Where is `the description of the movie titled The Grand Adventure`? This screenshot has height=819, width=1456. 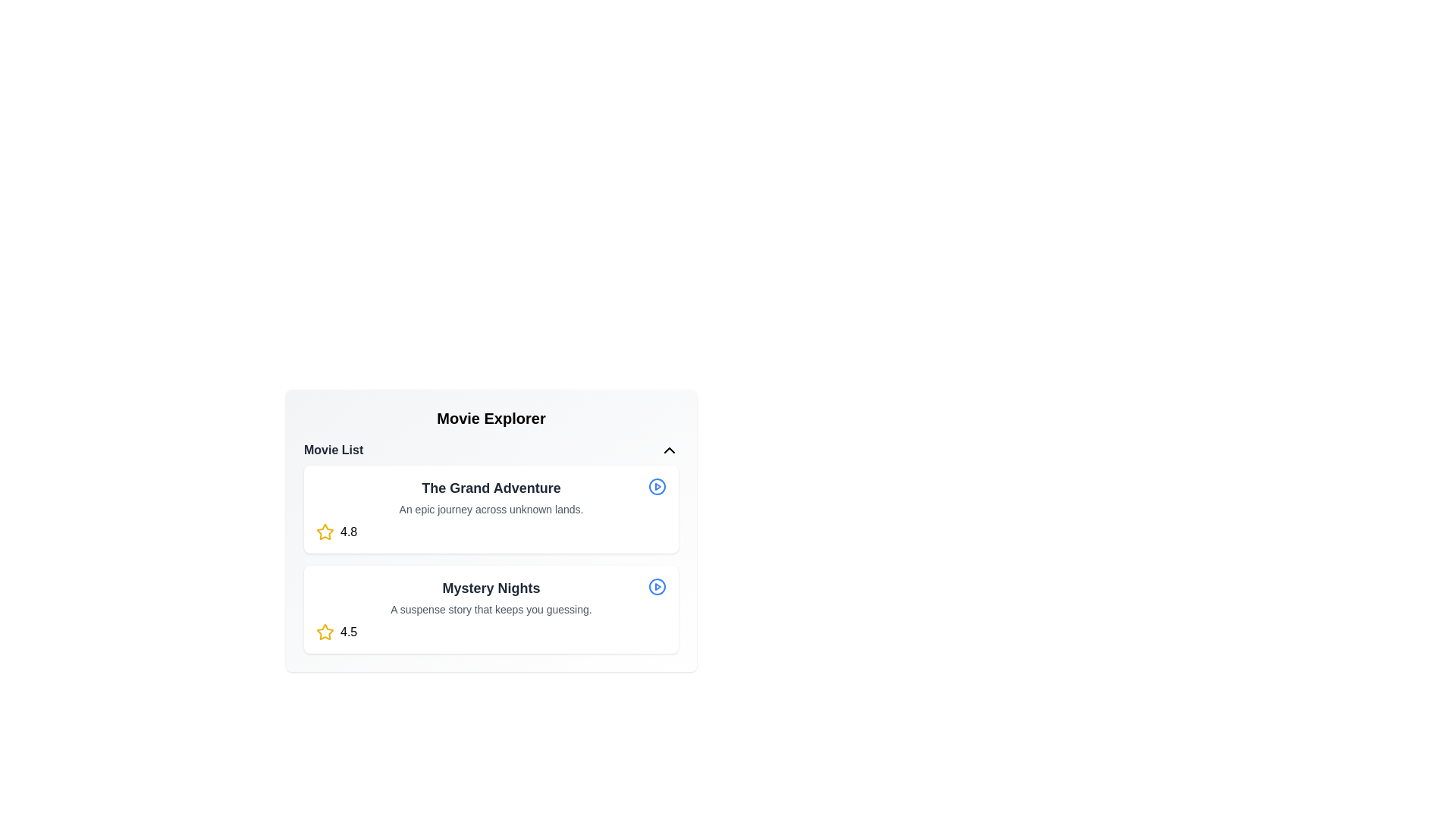
the description of the movie titled The Grand Adventure is located at coordinates (491, 509).